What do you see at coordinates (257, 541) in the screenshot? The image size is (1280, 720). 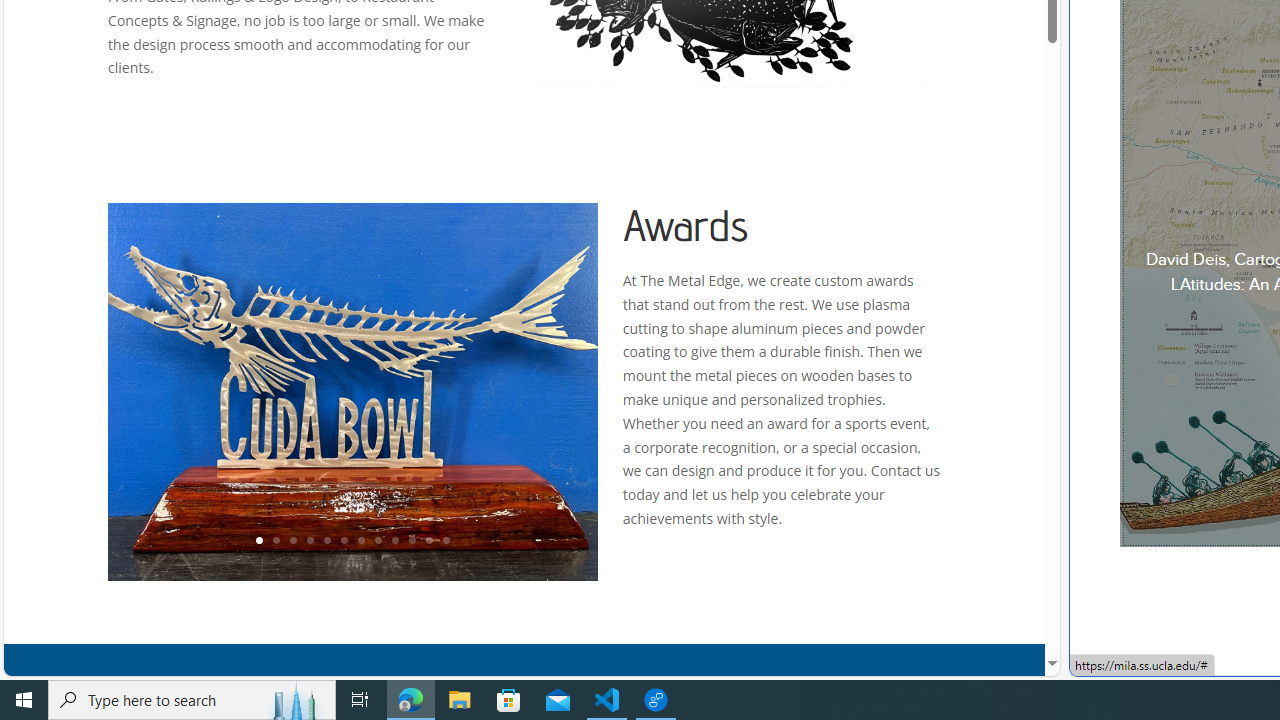 I see `'1'` at bounding box center [257, 541].